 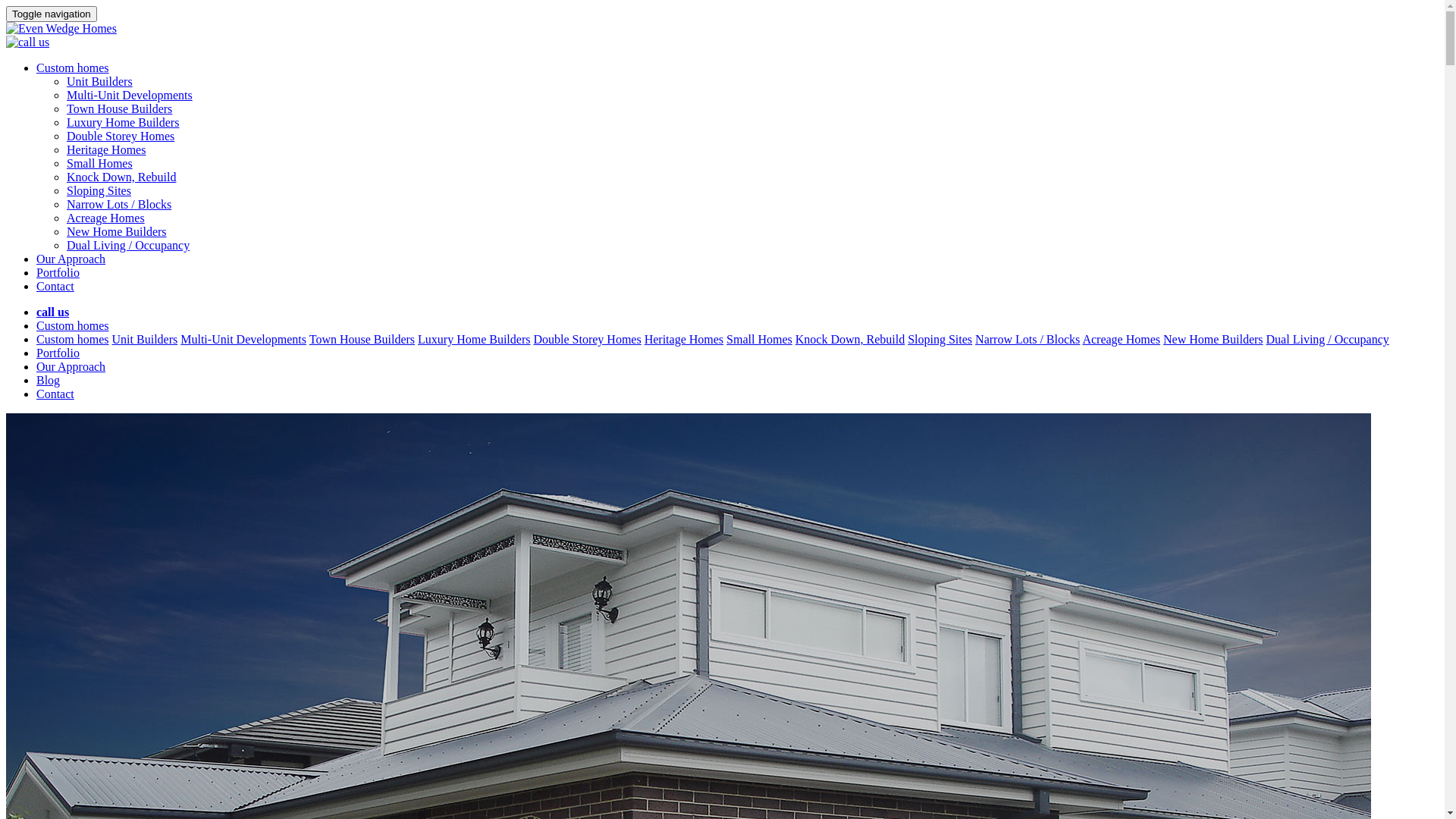 What do you see at coordinates (65, 231) in the screenshot?
I see `'New Home Builders'` at bounding box center [65, 231].